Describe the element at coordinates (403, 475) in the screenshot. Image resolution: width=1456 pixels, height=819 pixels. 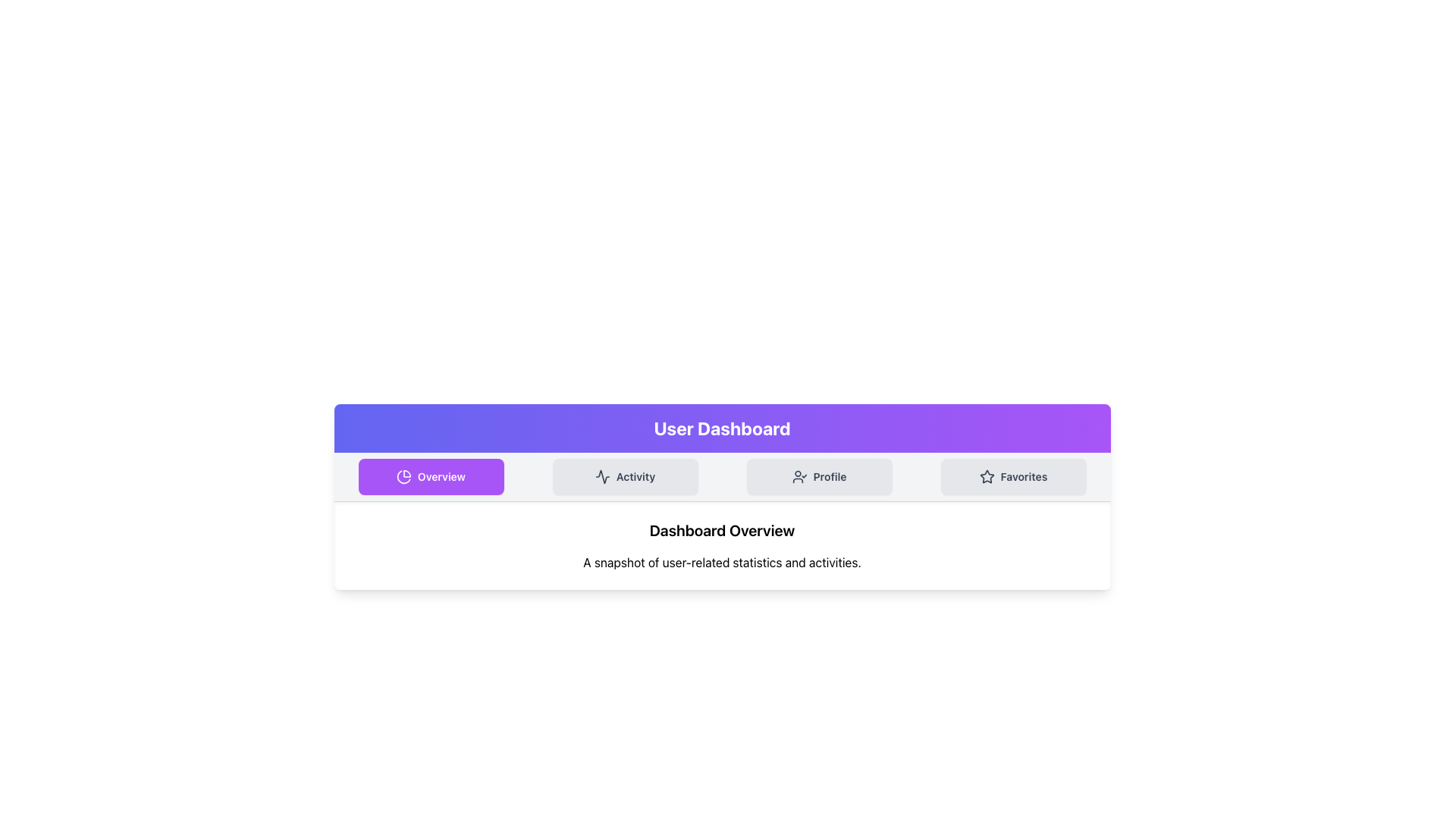
I see `the pie chart icon located inside the 'Overview' button, which visually reinforces the meaning of the button and is positioned to the left of its text content in the navigation row under the 'User Dashboard' header` at that location.